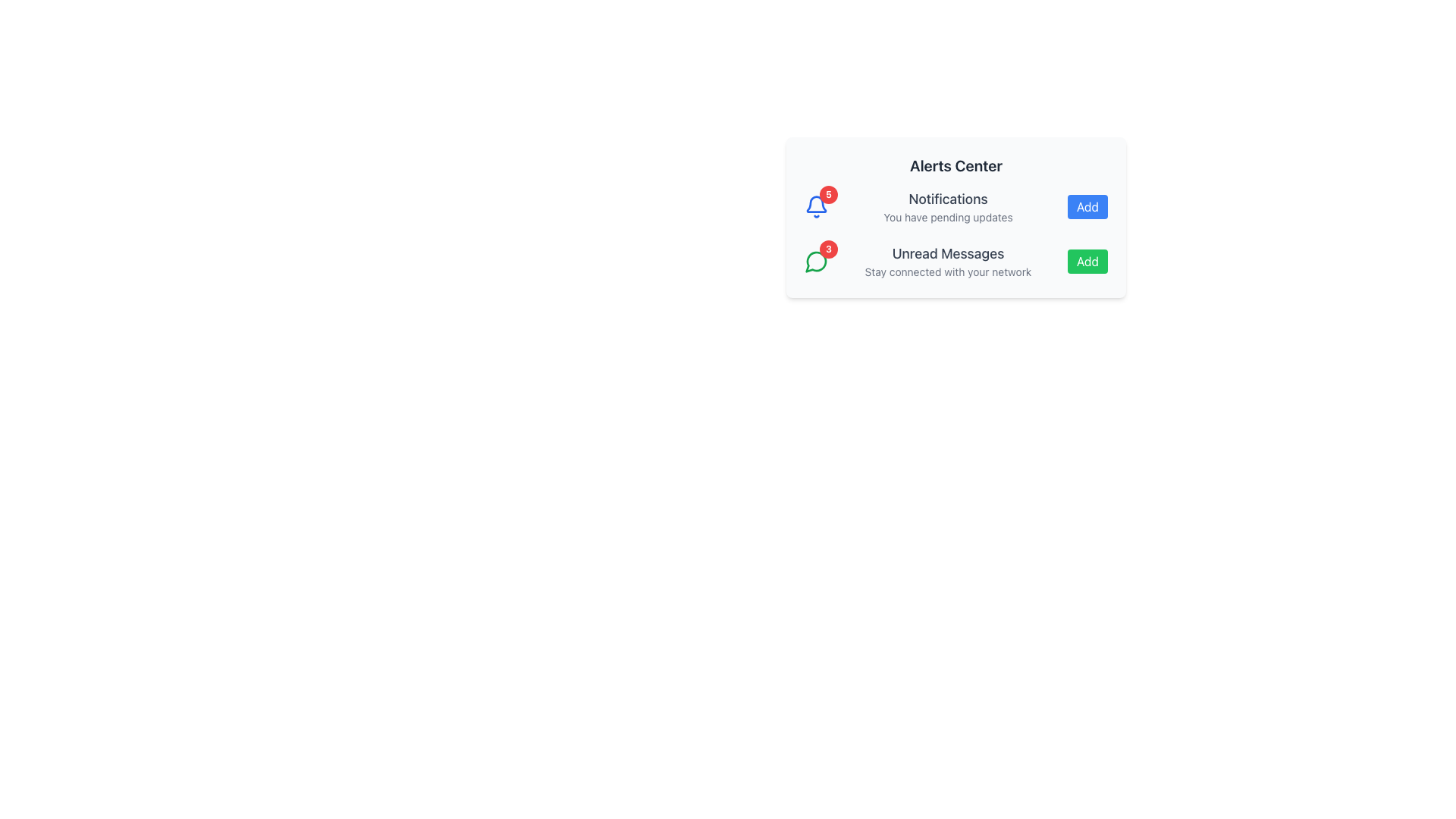 This screenshot has height=819, width=1456. I want to click on informational text block that notifies the user about unread messages and encourages them to stay connected with their network, located in the 'Unread Messages' section, so click(947, 260).